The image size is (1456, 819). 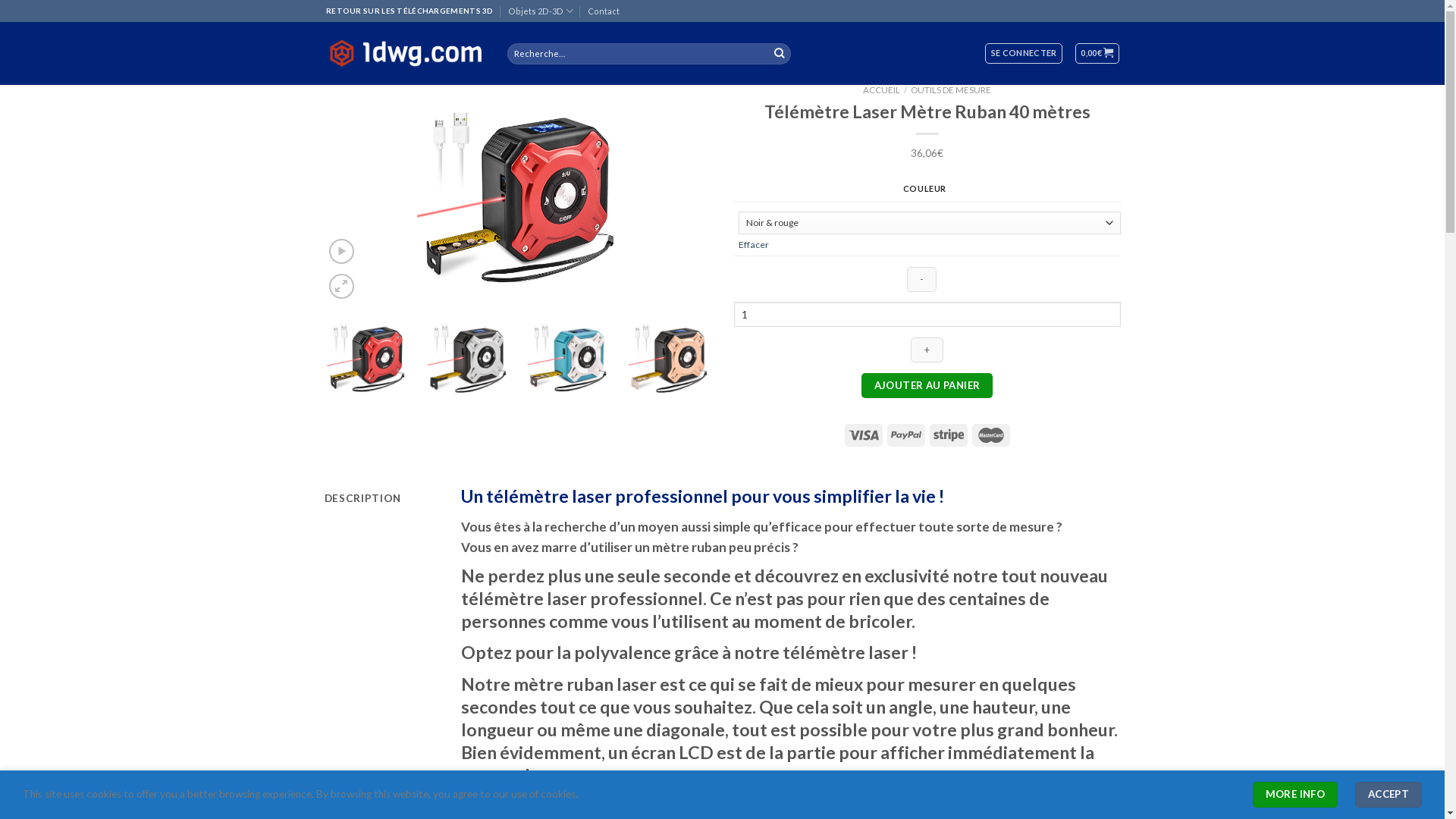 I want to click on '1DWG Boutique', so click(x=404, y=52).